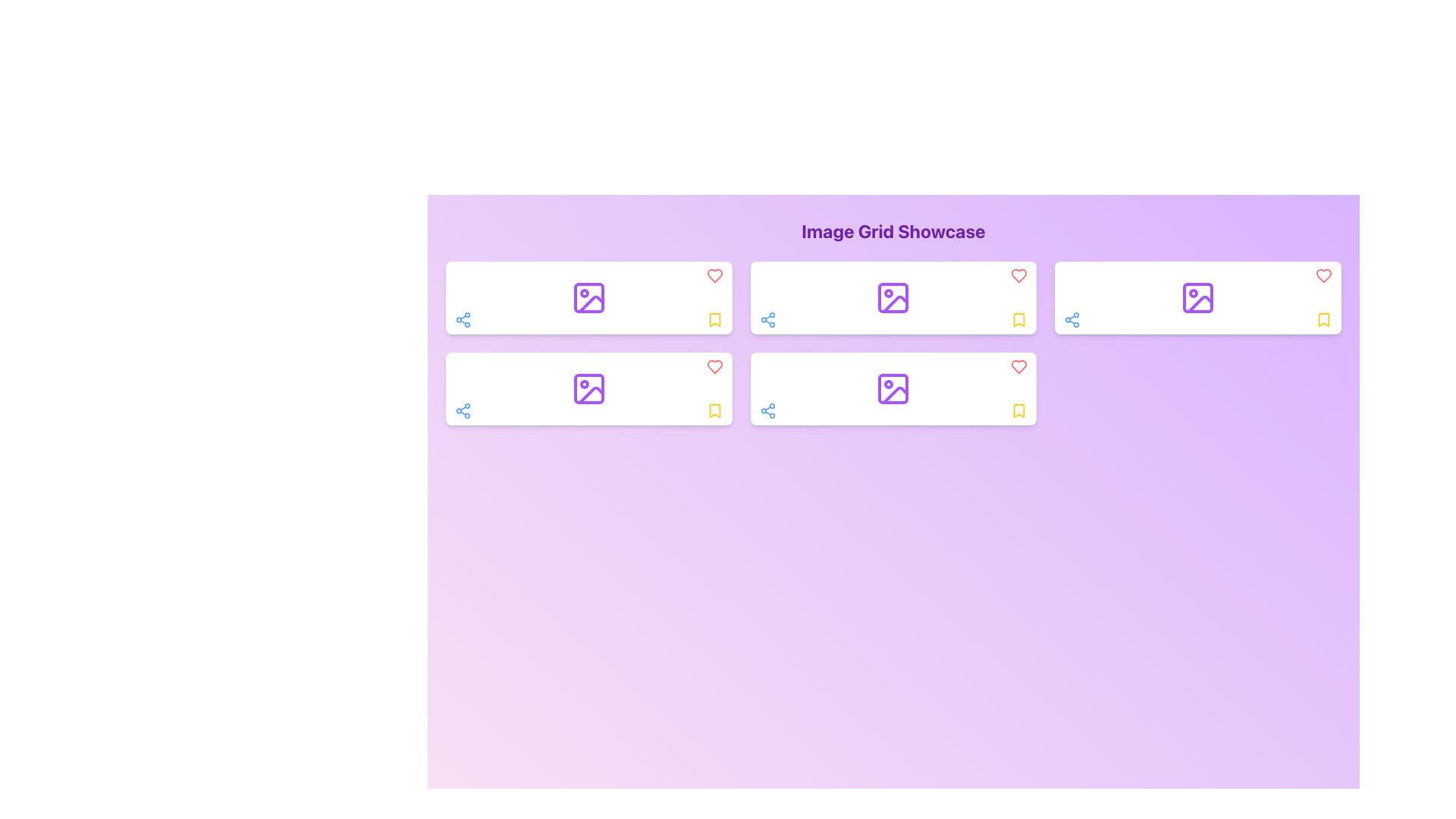 This screenshot has width=1456, height=819. What do you see at coordinates (714, 275) in the screenshot?
I see `the favorite or like button located` at bounding box center [714, 275].